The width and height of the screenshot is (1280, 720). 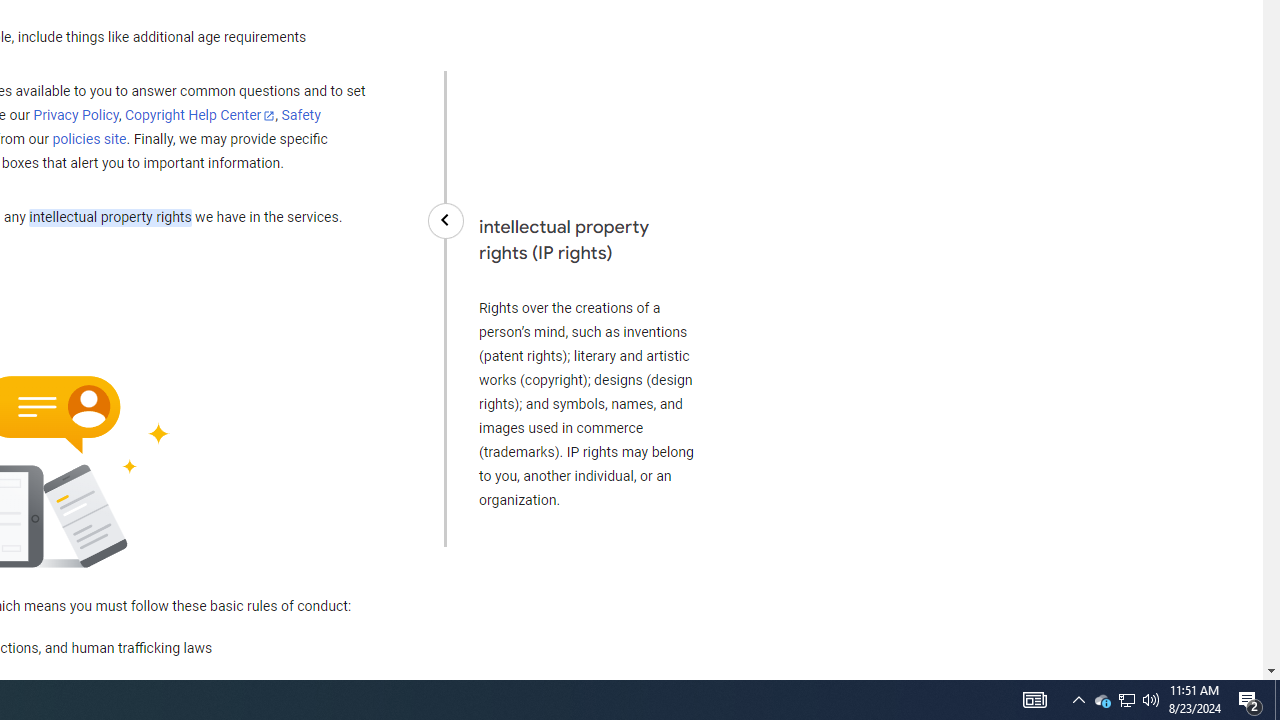 What do you see at coordinates (88, 139) in the screenshot?
I see `'policies site'` at bounding box center [88, 139].